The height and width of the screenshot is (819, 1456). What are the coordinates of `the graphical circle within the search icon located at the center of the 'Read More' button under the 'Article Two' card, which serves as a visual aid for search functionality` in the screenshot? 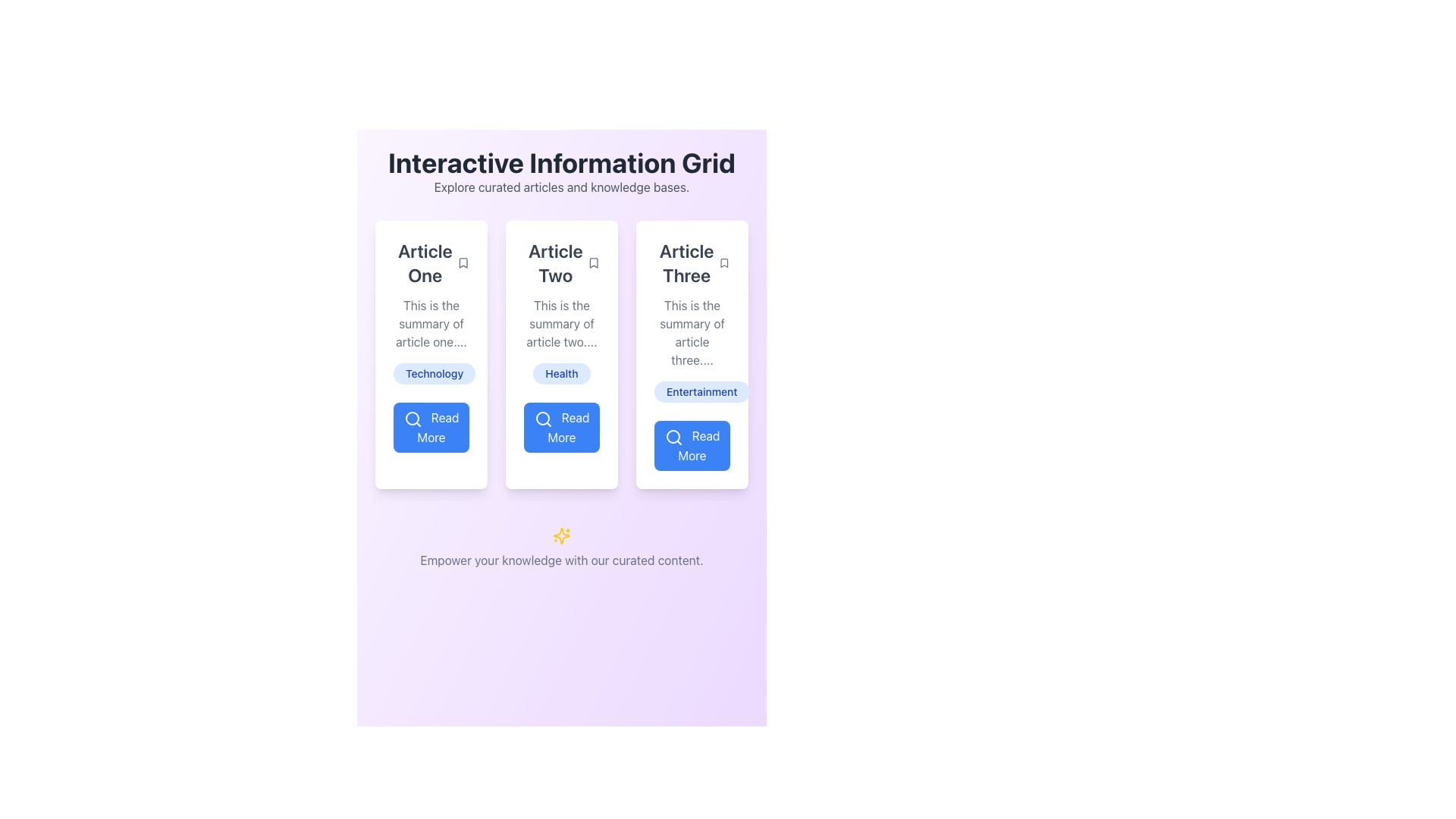 It's located at (542, 418).